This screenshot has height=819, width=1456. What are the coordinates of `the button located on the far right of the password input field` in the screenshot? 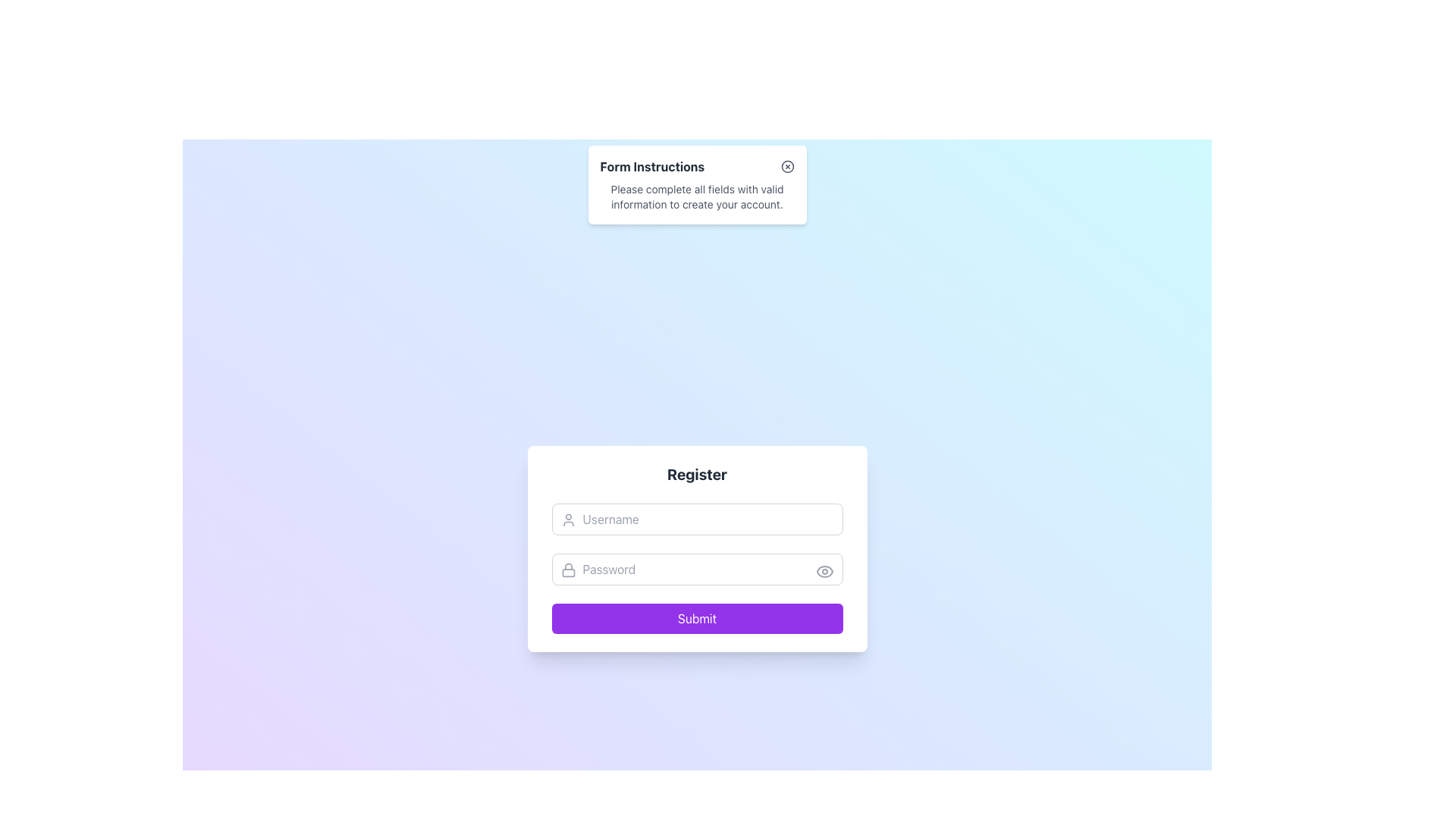 It's located at (824, 571).